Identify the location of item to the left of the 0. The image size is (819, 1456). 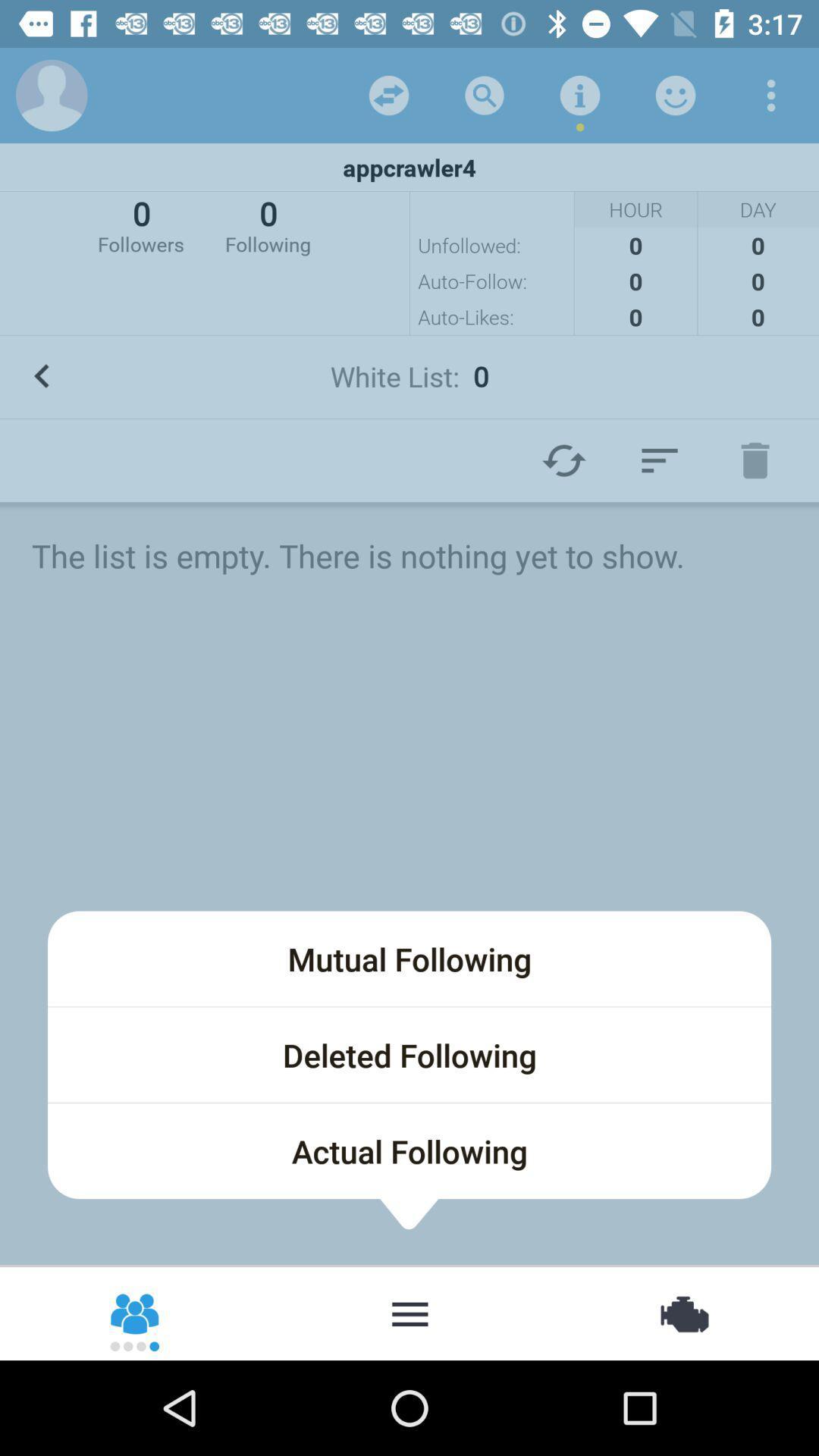
(140, 224).